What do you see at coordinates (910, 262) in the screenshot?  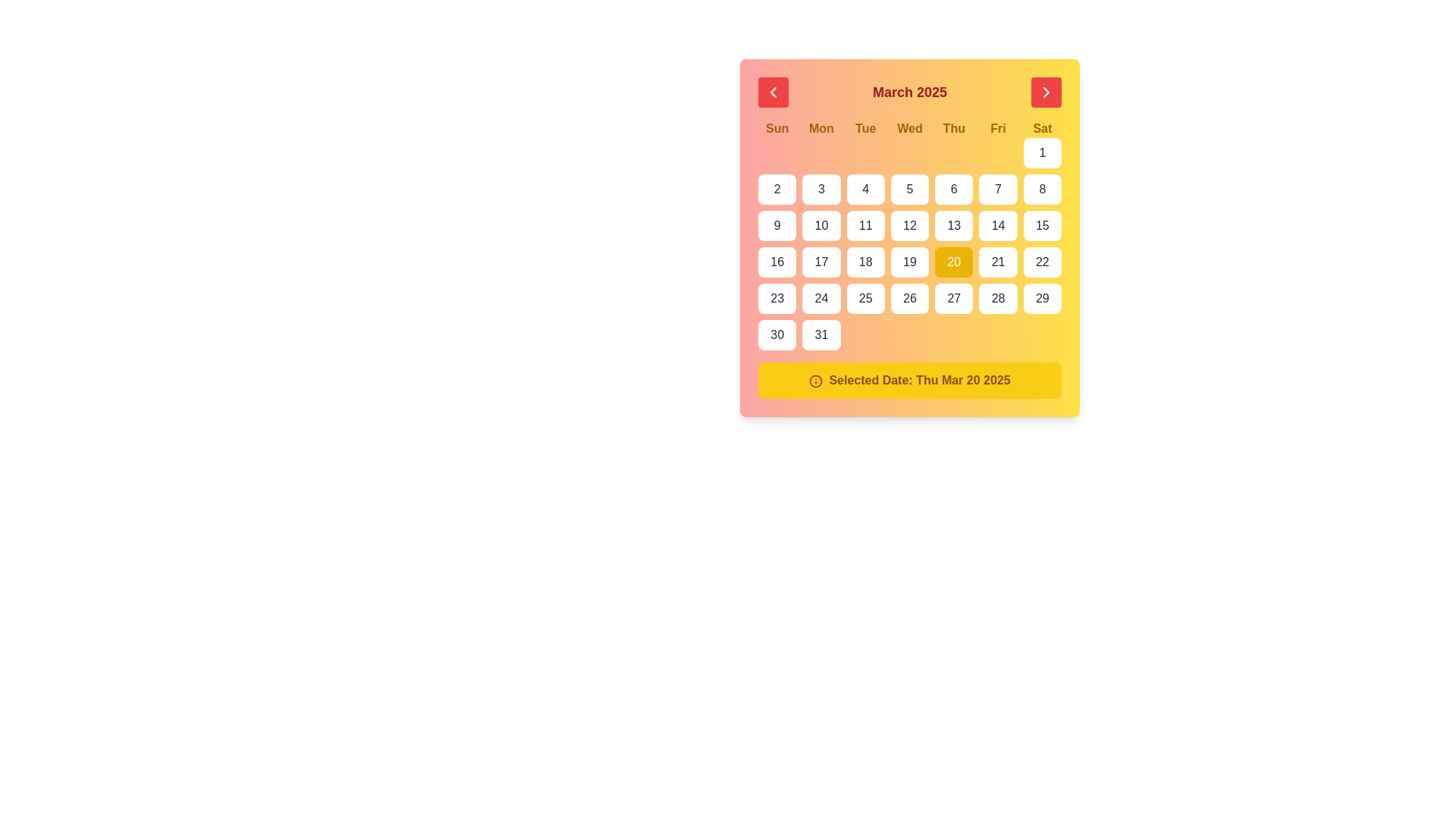 I see `the rectangular button labeled '19' with a white background and dark gray font, located in the calendar grid under 'March 2025'` at bounding box center [910, 262].